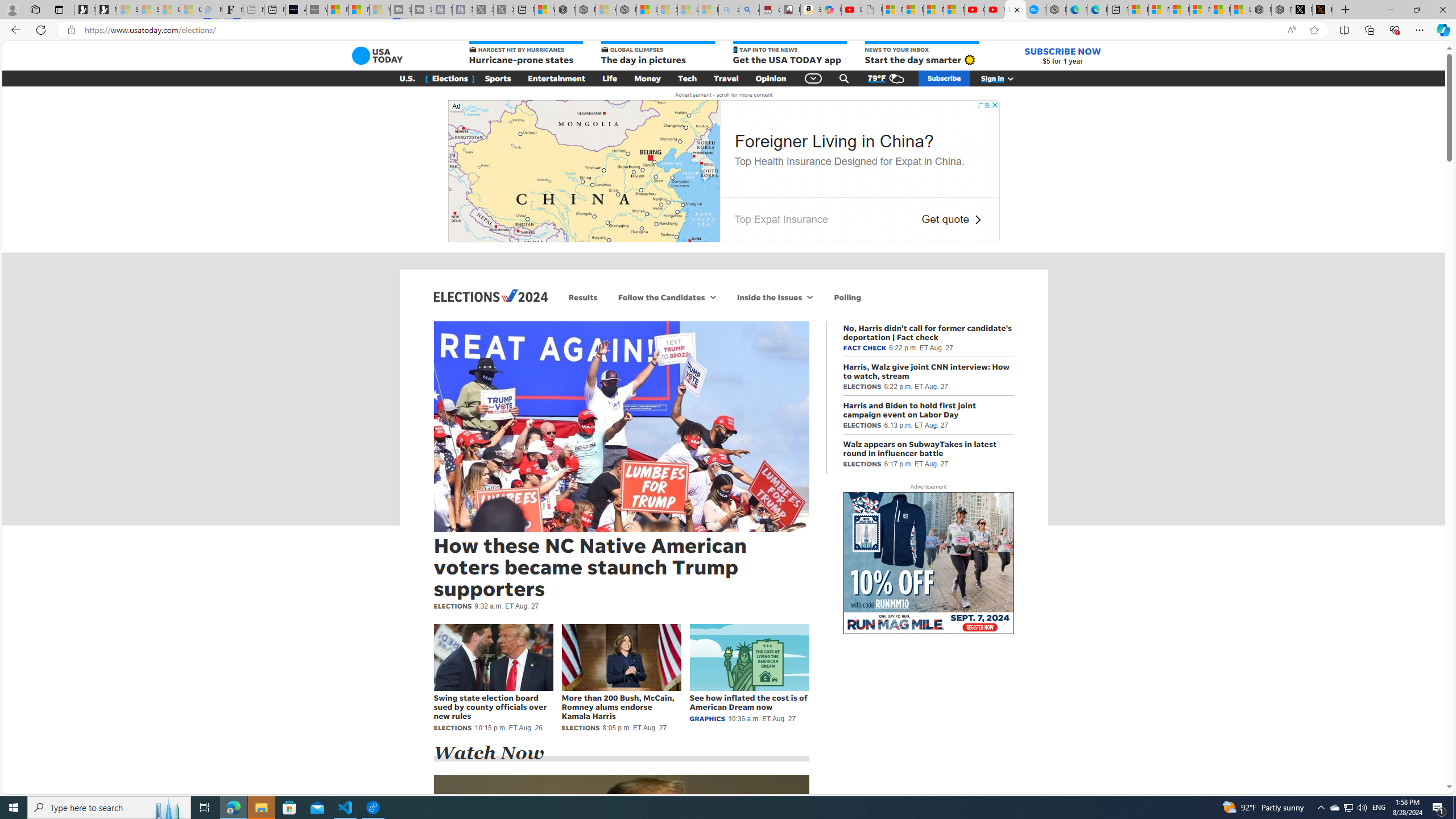  I want to click on 'Microsoft account | Privacy', so click(1199, 9).